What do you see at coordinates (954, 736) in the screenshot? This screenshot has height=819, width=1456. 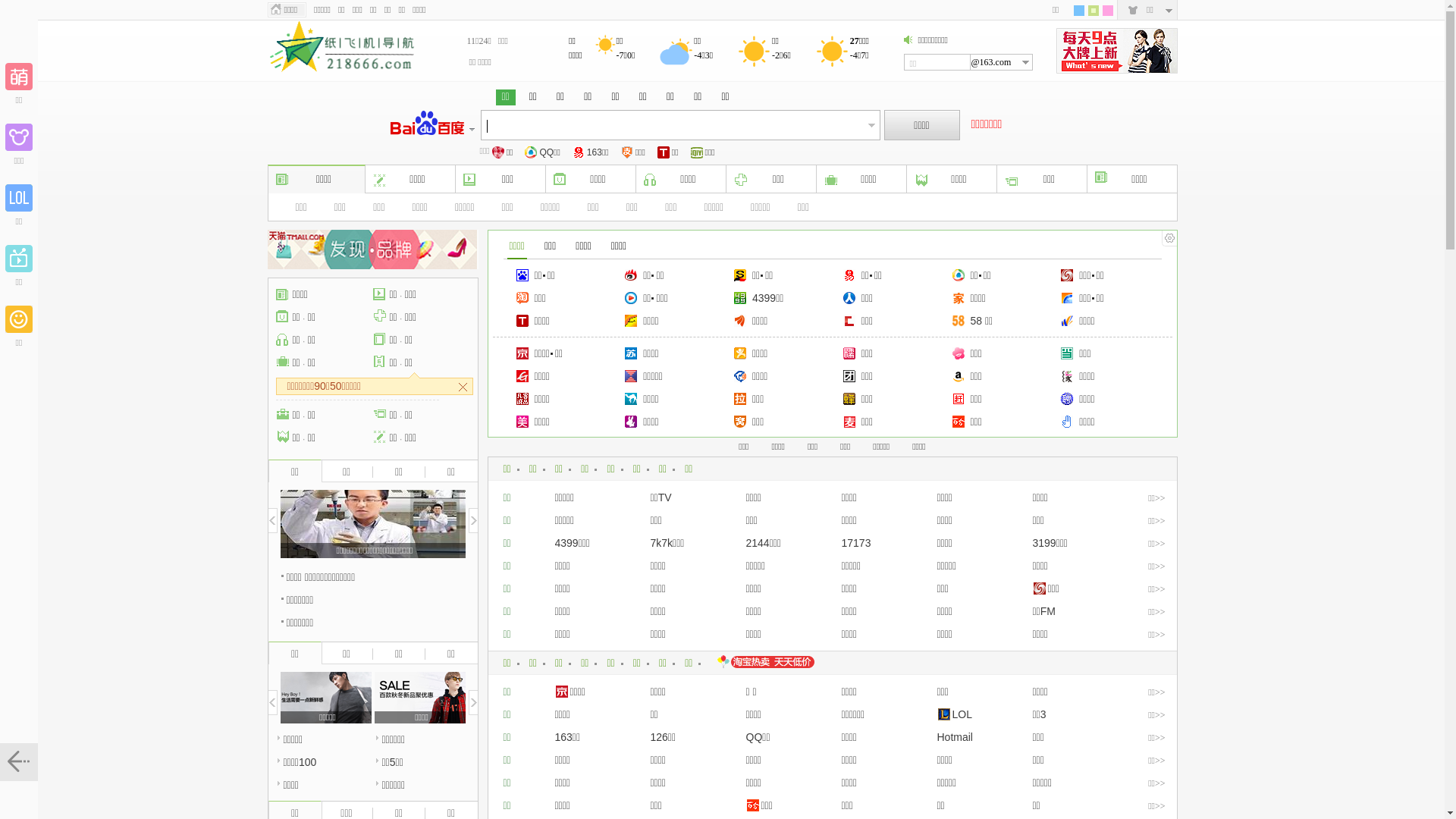 I see `'Hotmail'` at bounding box center [954, 736].